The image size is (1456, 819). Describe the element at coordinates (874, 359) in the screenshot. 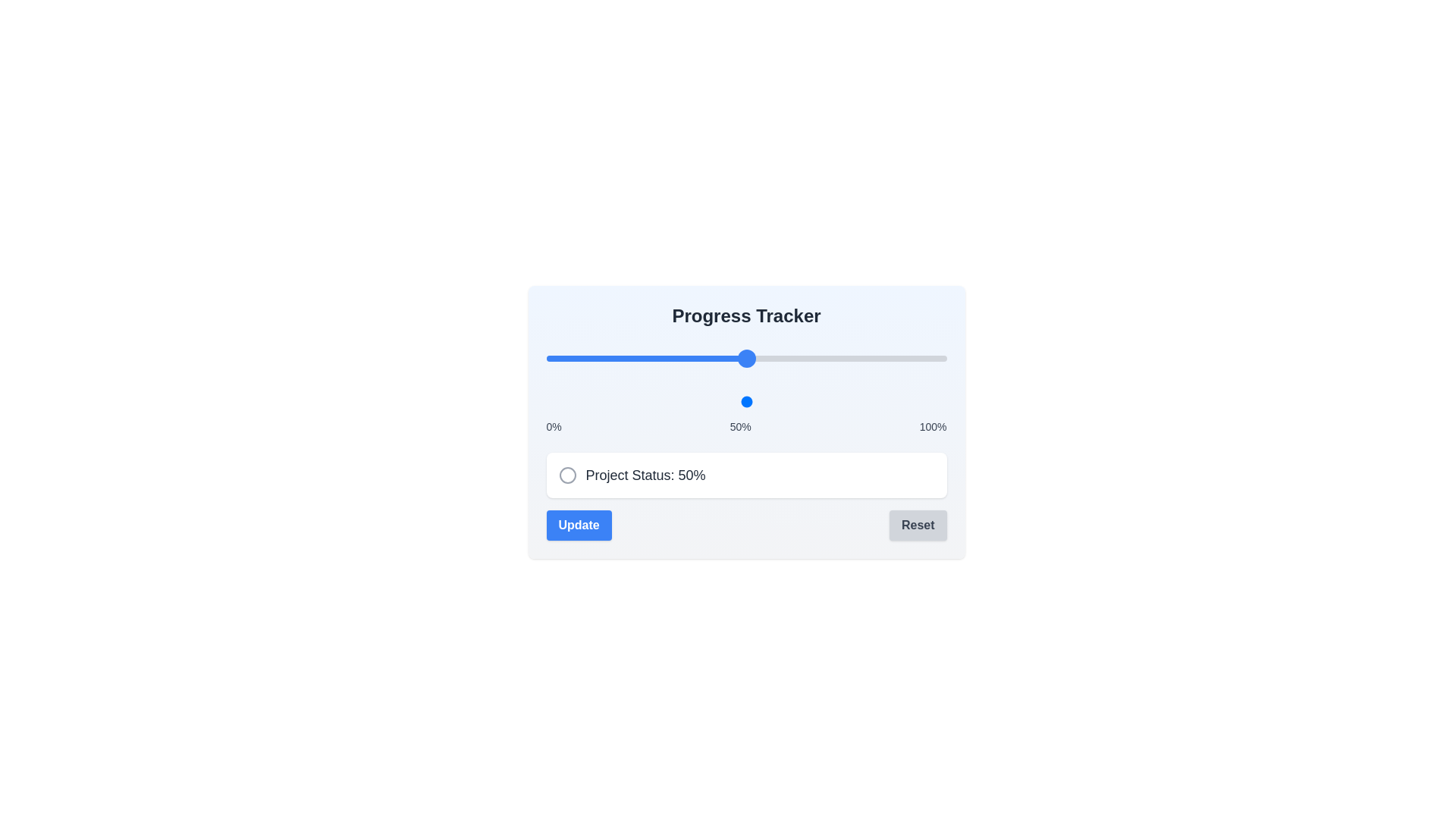

I see `the progress slider to set the progress to 82%` at that location.